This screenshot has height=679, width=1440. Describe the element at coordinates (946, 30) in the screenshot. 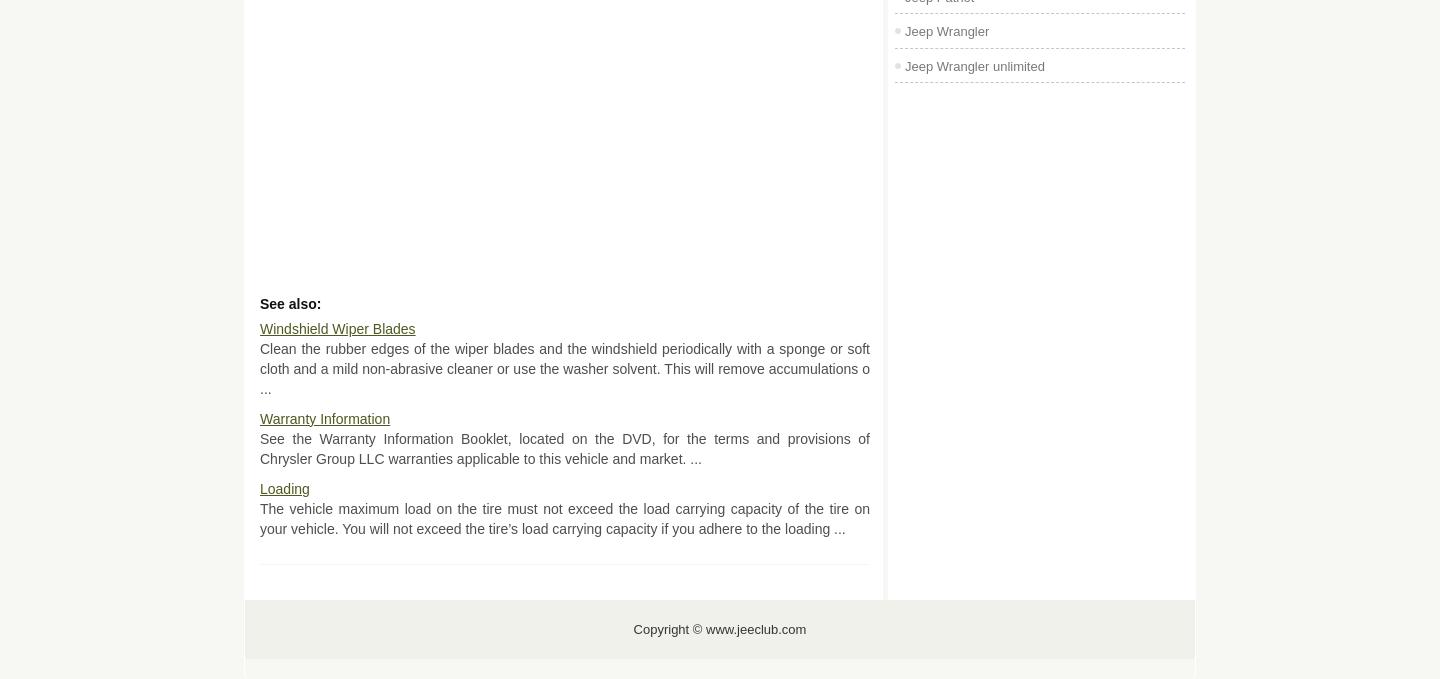

I see `'Jeep Wrangler'` at that location.